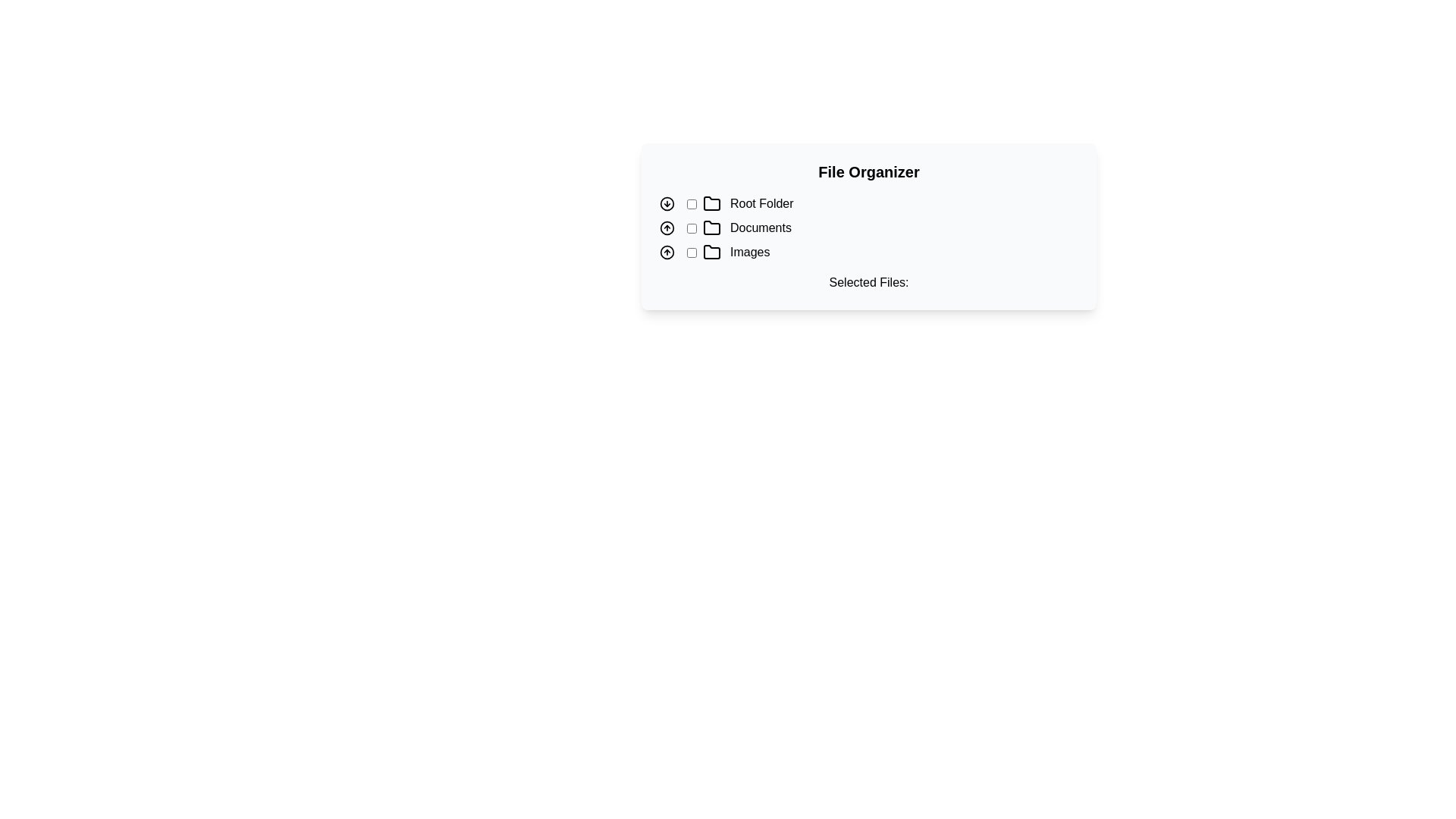  What do you see at coordinates (667, 203) in the screenshot?
I see `the circular icon indicating the 'Root Folder' option` at bounding box center [667, 203].